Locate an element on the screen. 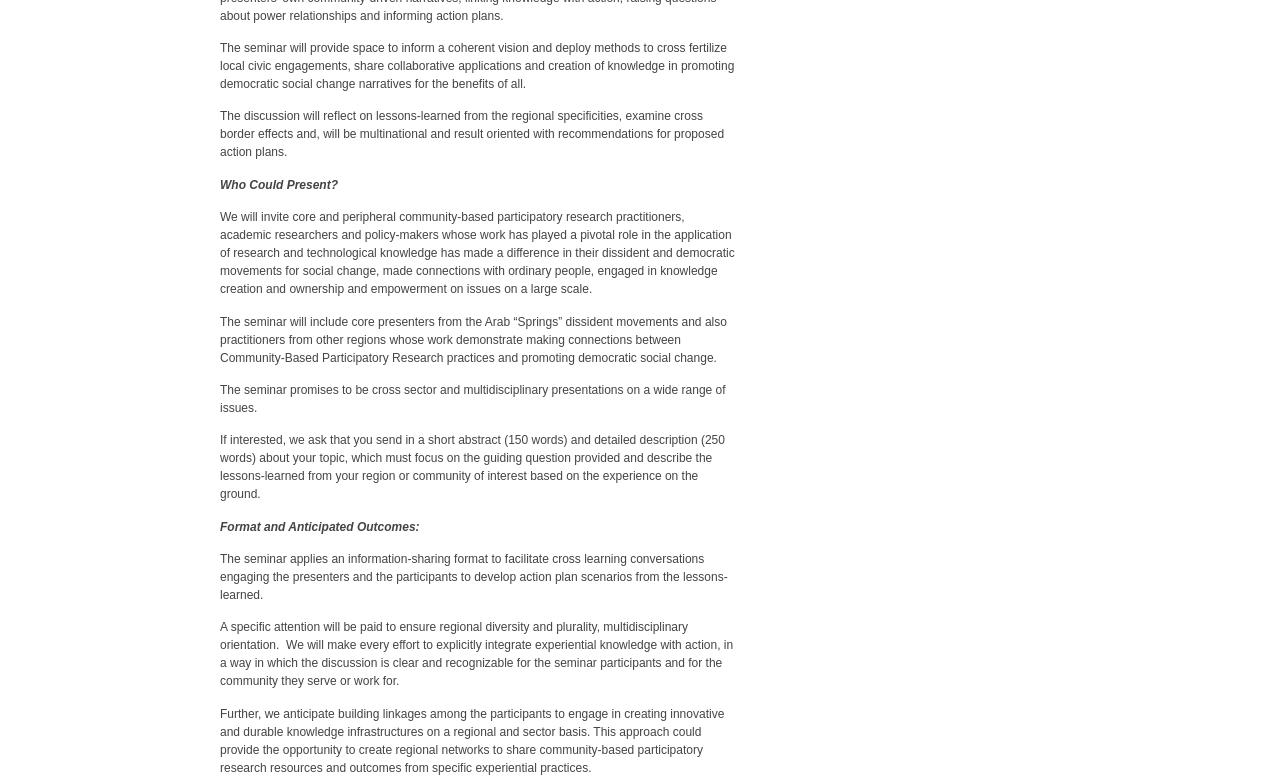 This screenshot has height=778, width=1280. 'The seminar will include core presenters from the Arab “Springs” dissident movements and also practitioners from other regions whose work demonstrate making connections between Community-Based Participatory Research practices and promoting democratic social change.' is located at coordinates (471, 337).